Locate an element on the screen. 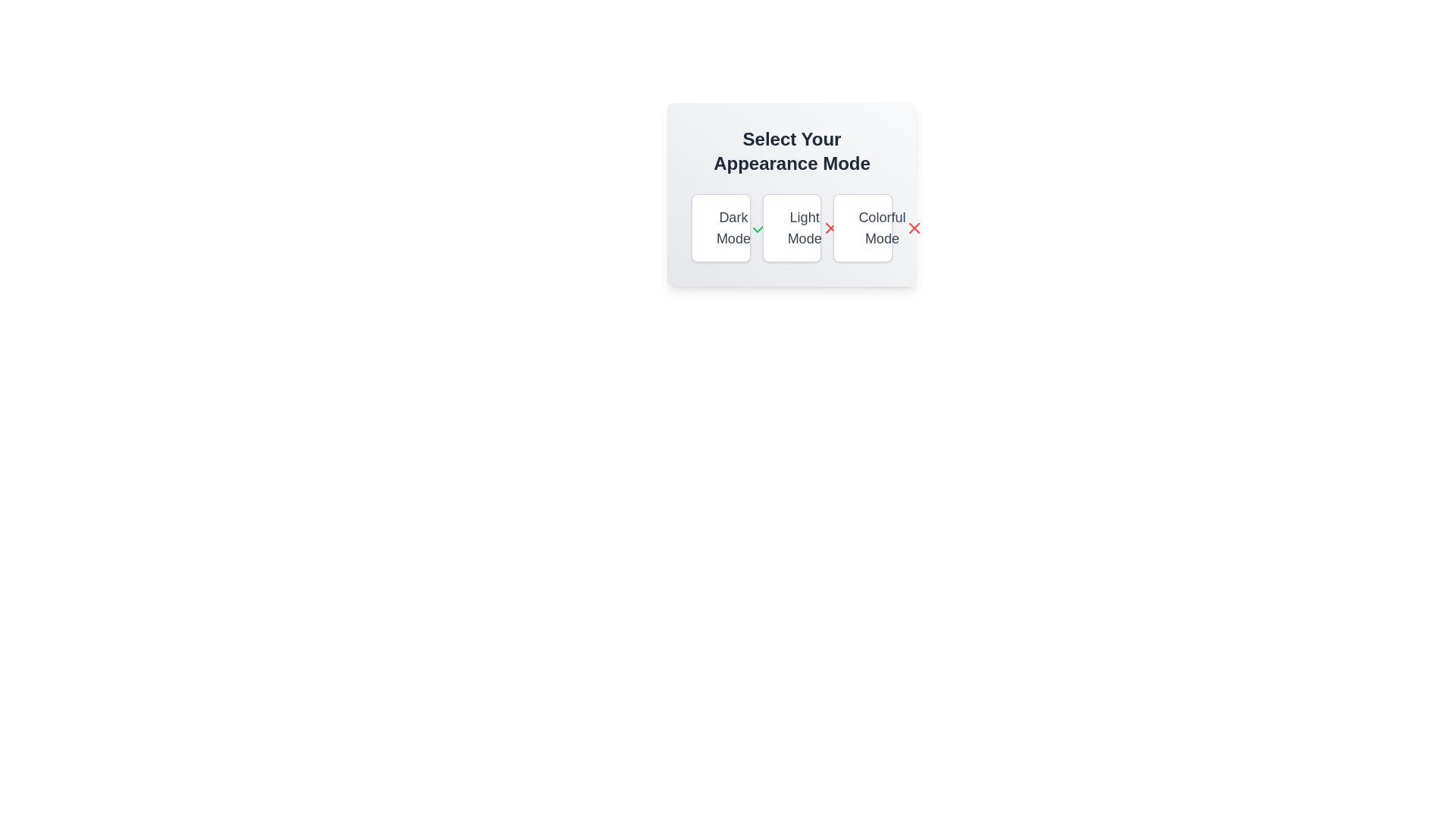 The height and width of the screenshot is (819, 1456). the appearance mode Dark Mode by clicking on its respective button is located at coordinates (720, 227).